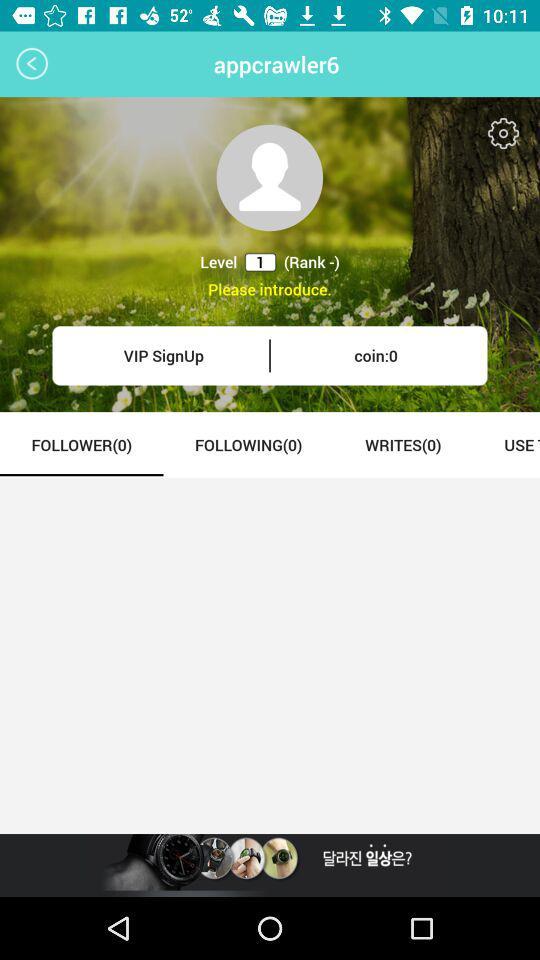 Image resolution: width=540 pixels, height=960 pixels. Describe the element at coordinates (502, 132) in the screenshot. I see `the icon at the top right corner` at that location.